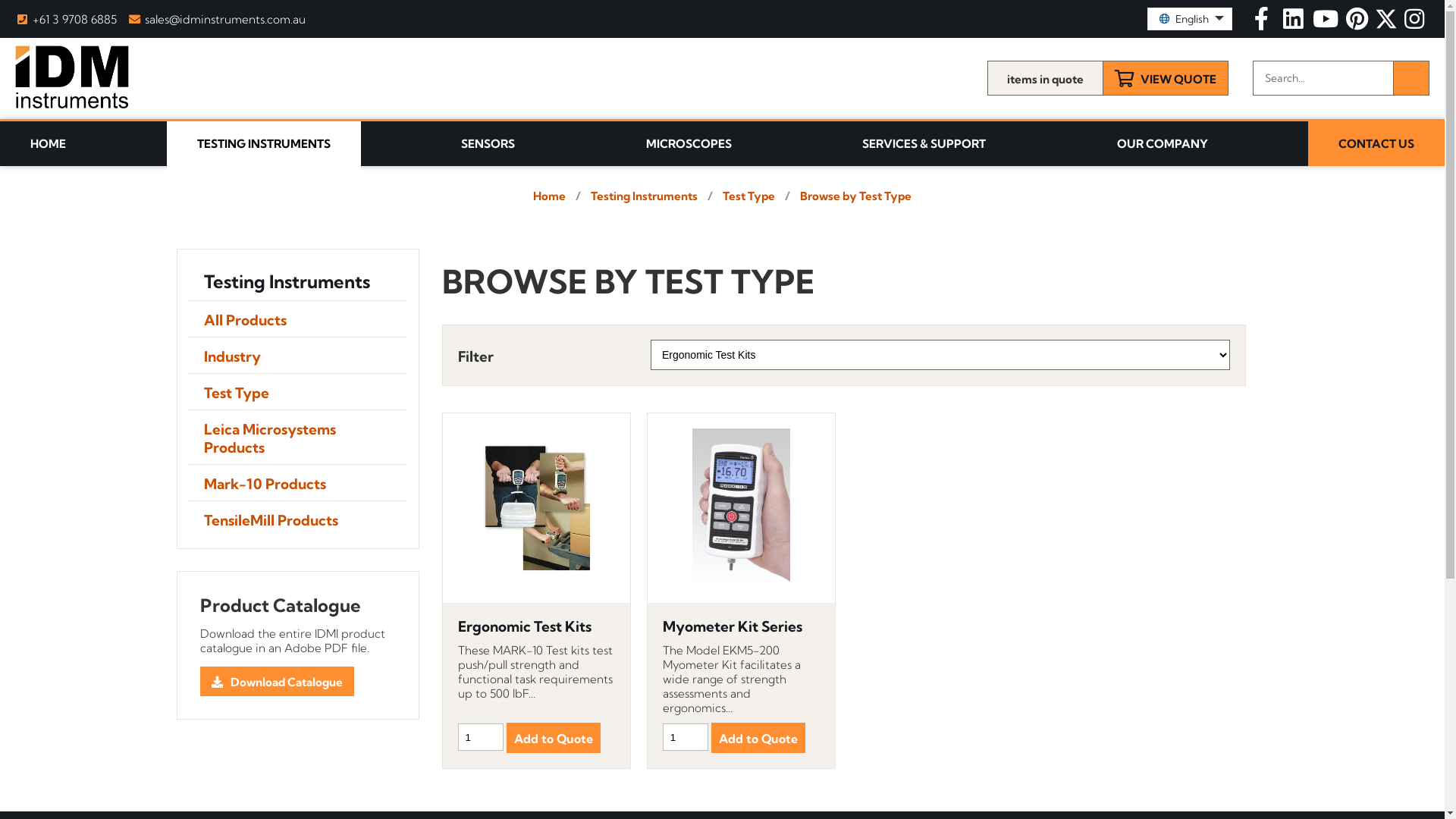  I want to click on 'SERVICES & SUPPORT', so click(923, 143).